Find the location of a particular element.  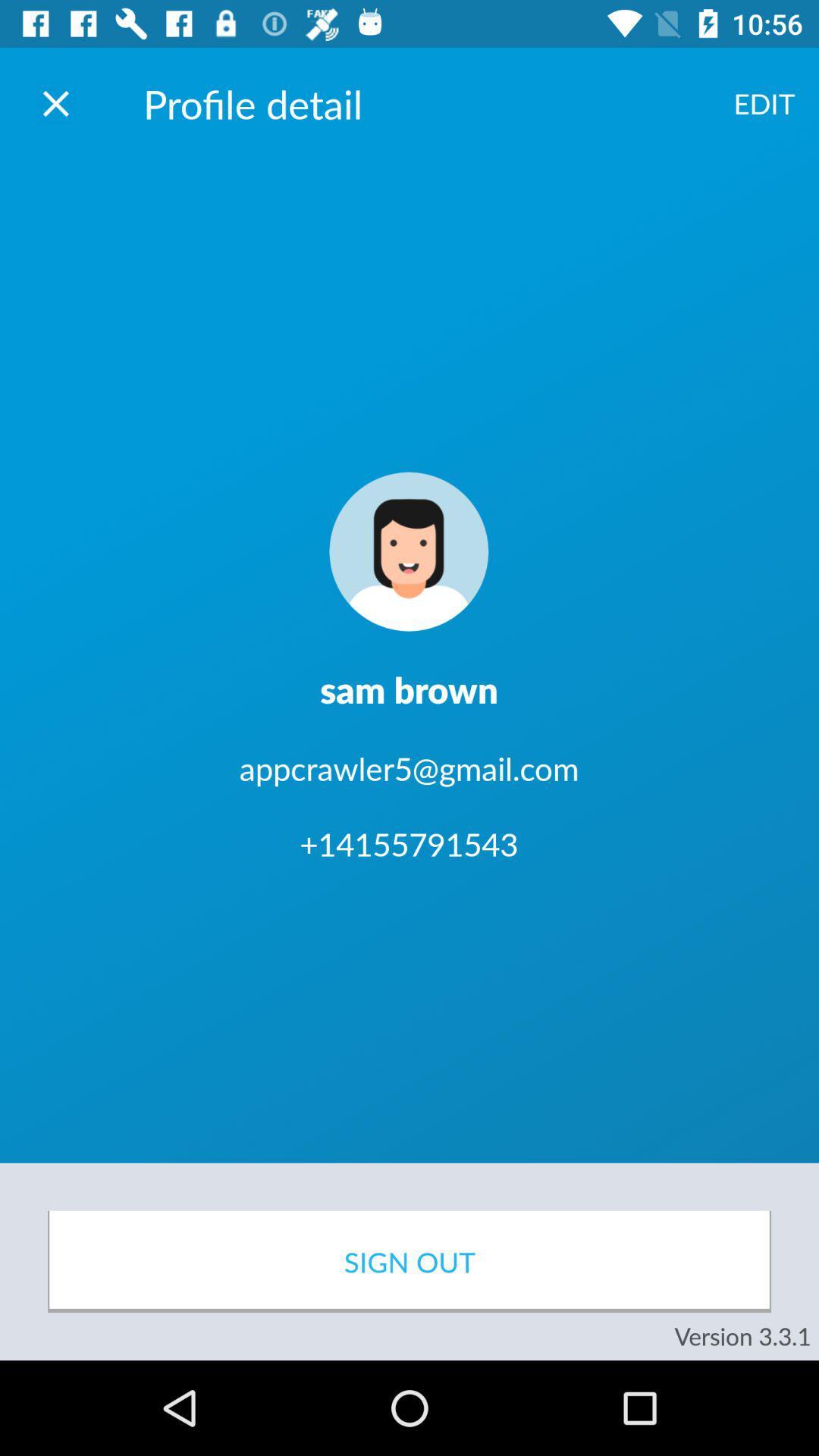

icon below +14155791543 item is located at coordinates (409, 1261).